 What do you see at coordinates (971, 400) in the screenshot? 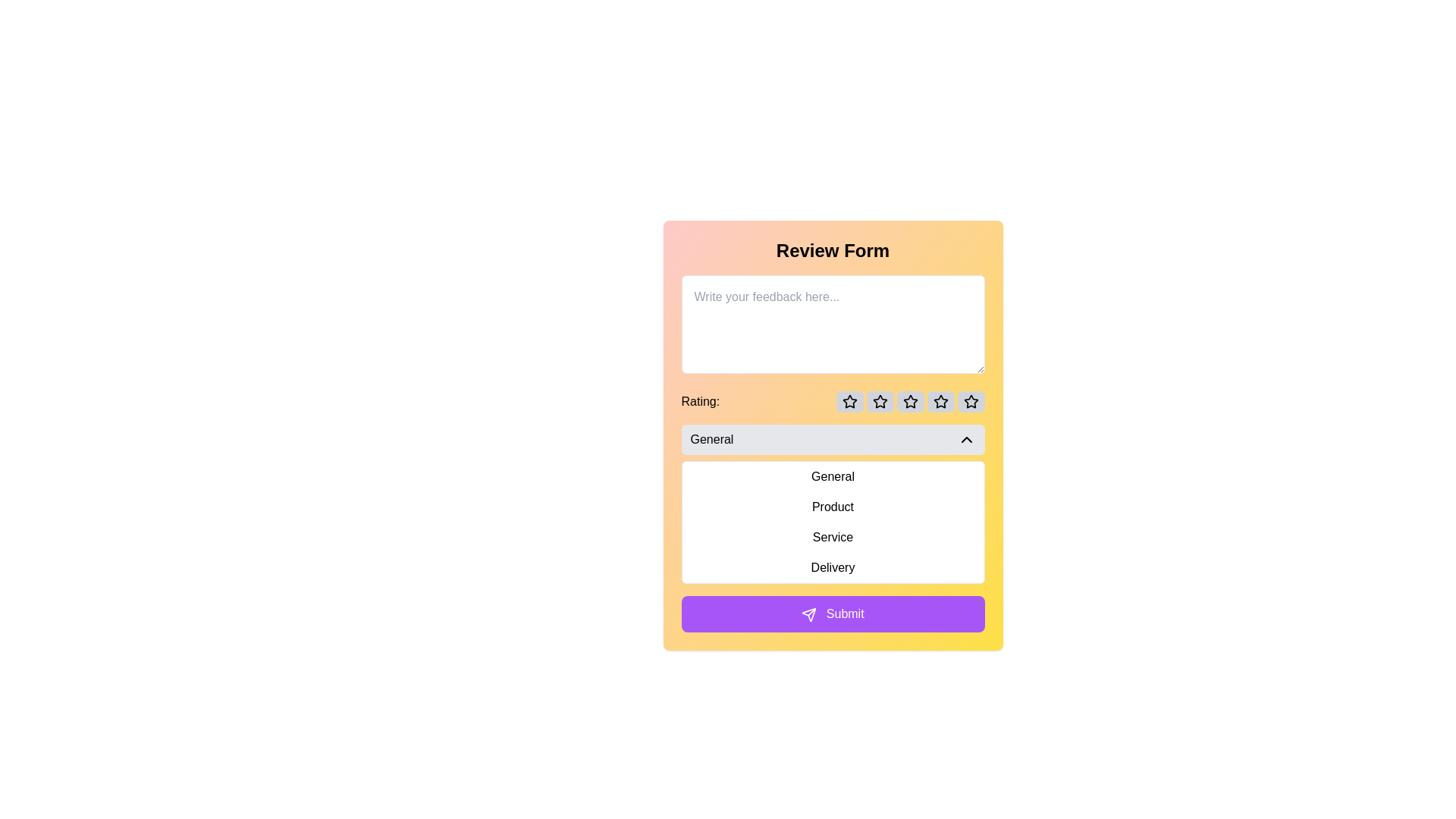
I see `the fifth star icon in the rating section` at bounding box center [971, 400].